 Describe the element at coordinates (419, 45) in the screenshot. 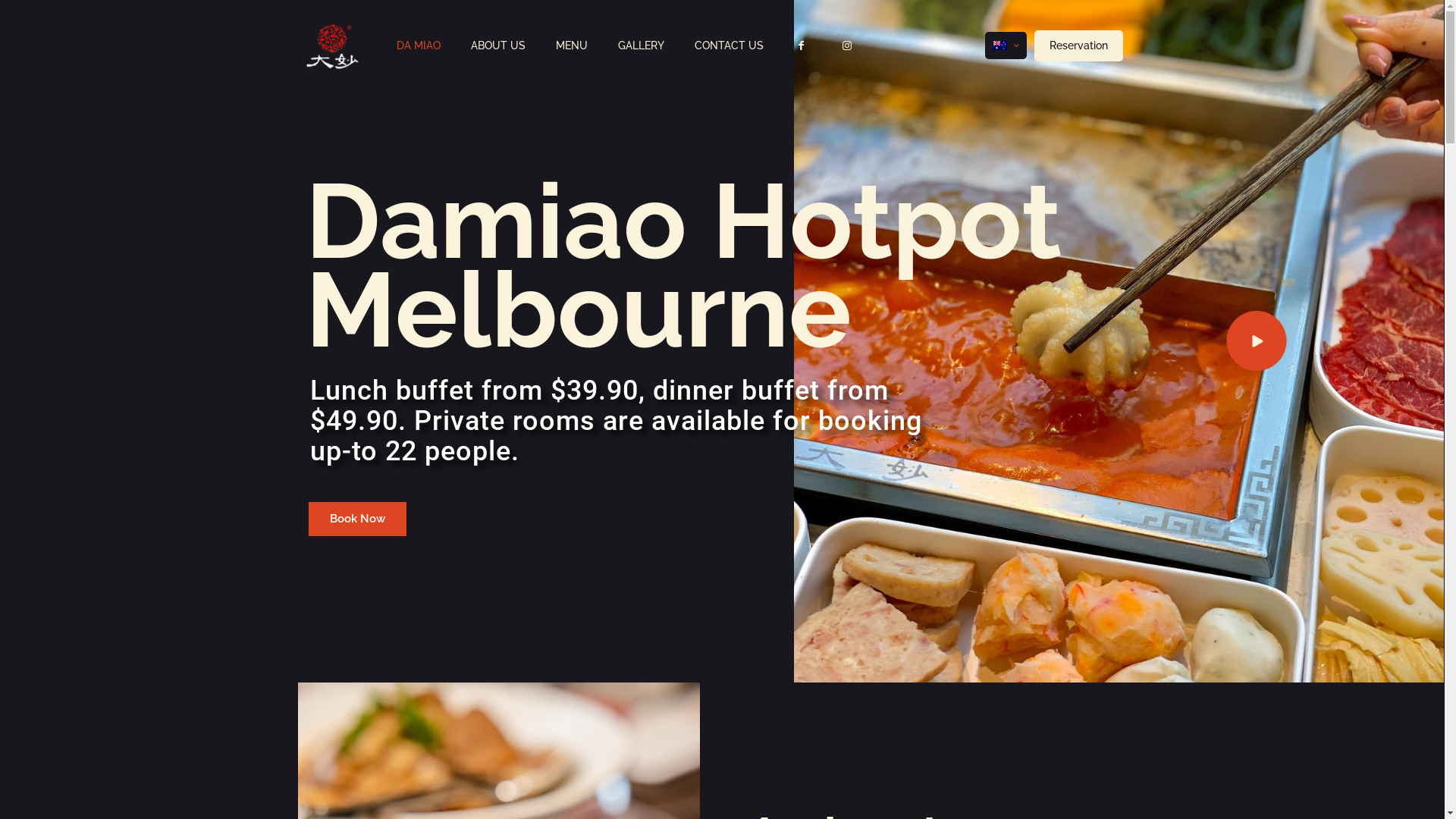

I see `'DA MIAO'` at that location.